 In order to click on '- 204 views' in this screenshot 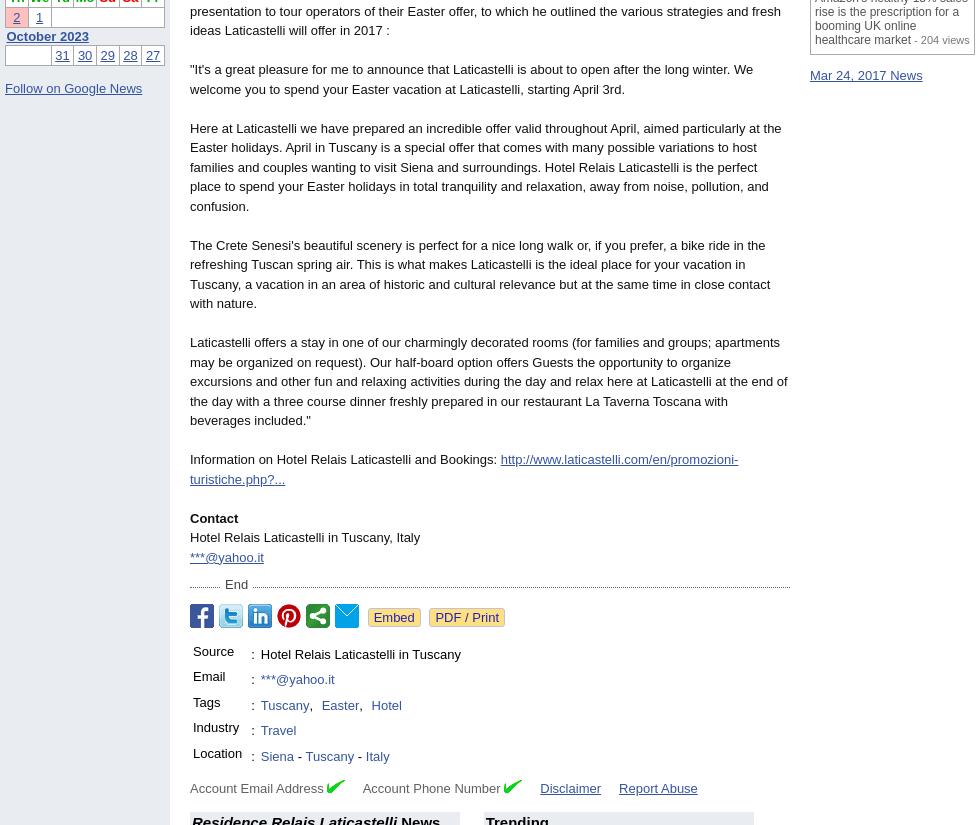, I will do `click(940, 40)`.